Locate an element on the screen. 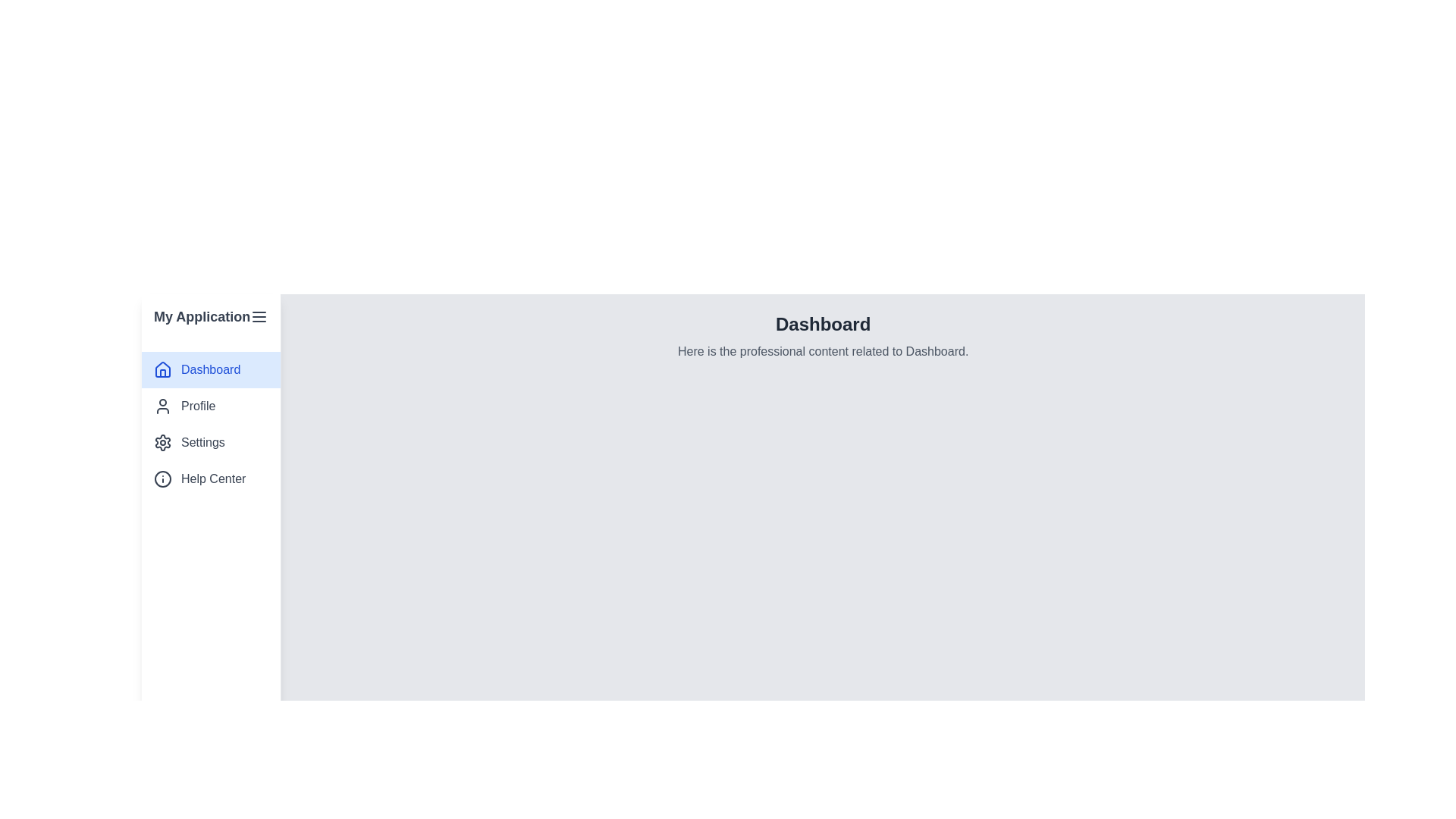  the house icon in the left sidebar navigation, which is styled with blue lines and is directly left of the 'Dashboard' text is located at coordinates (163, 370).